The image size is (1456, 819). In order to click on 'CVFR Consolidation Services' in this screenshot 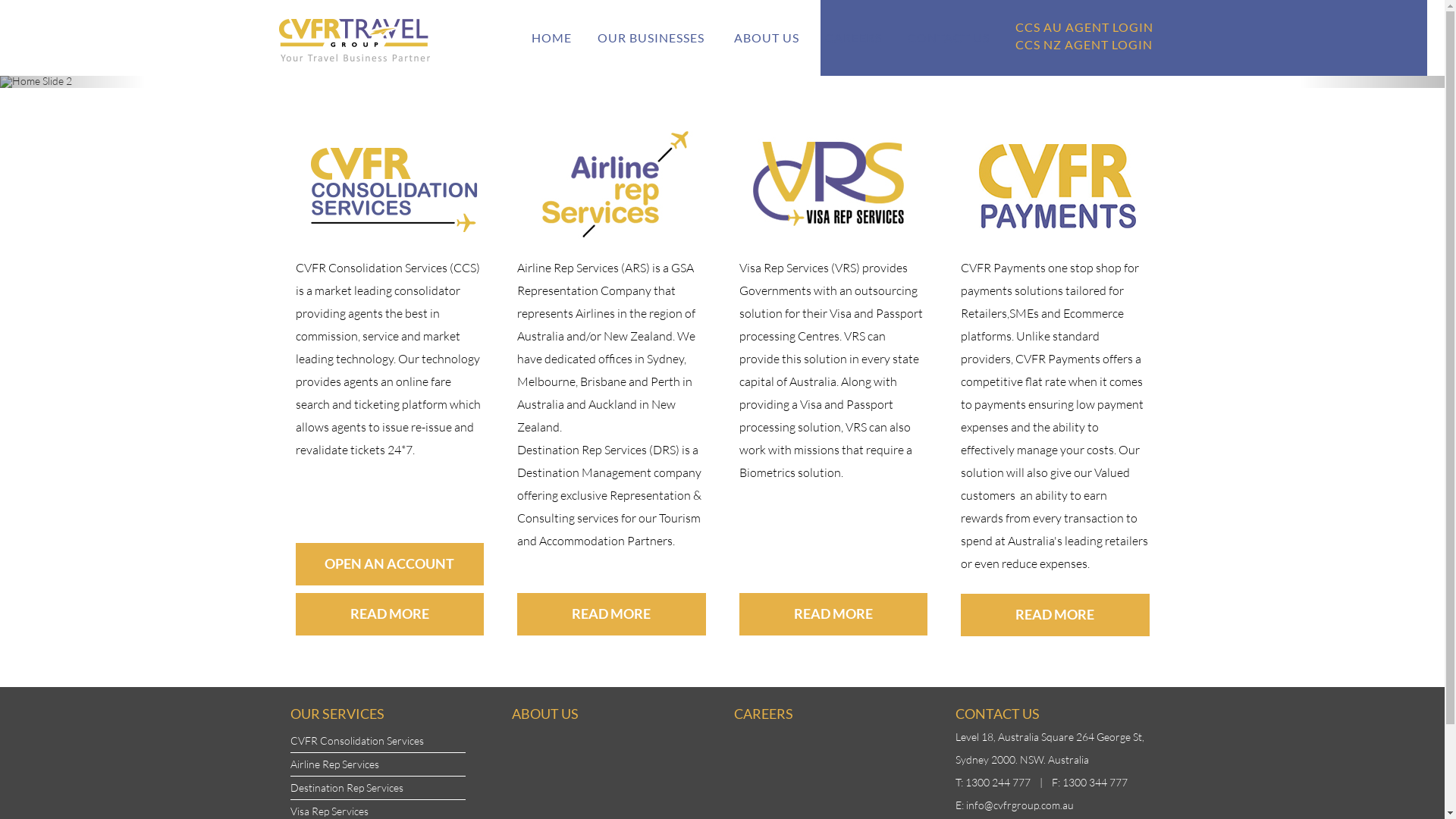, I will do `click(356, 739)`.